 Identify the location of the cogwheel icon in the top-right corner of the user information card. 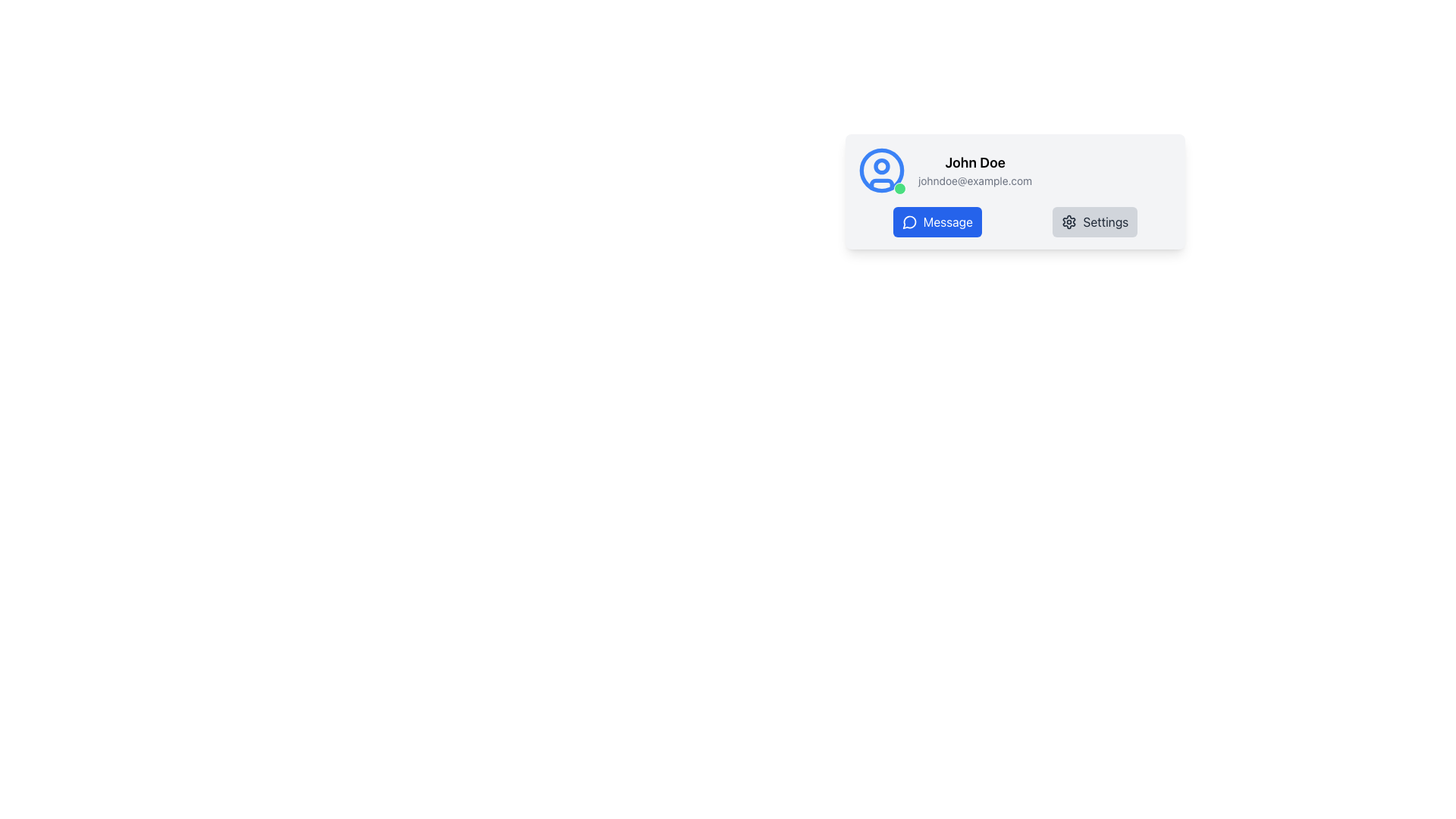
(1068, 222).